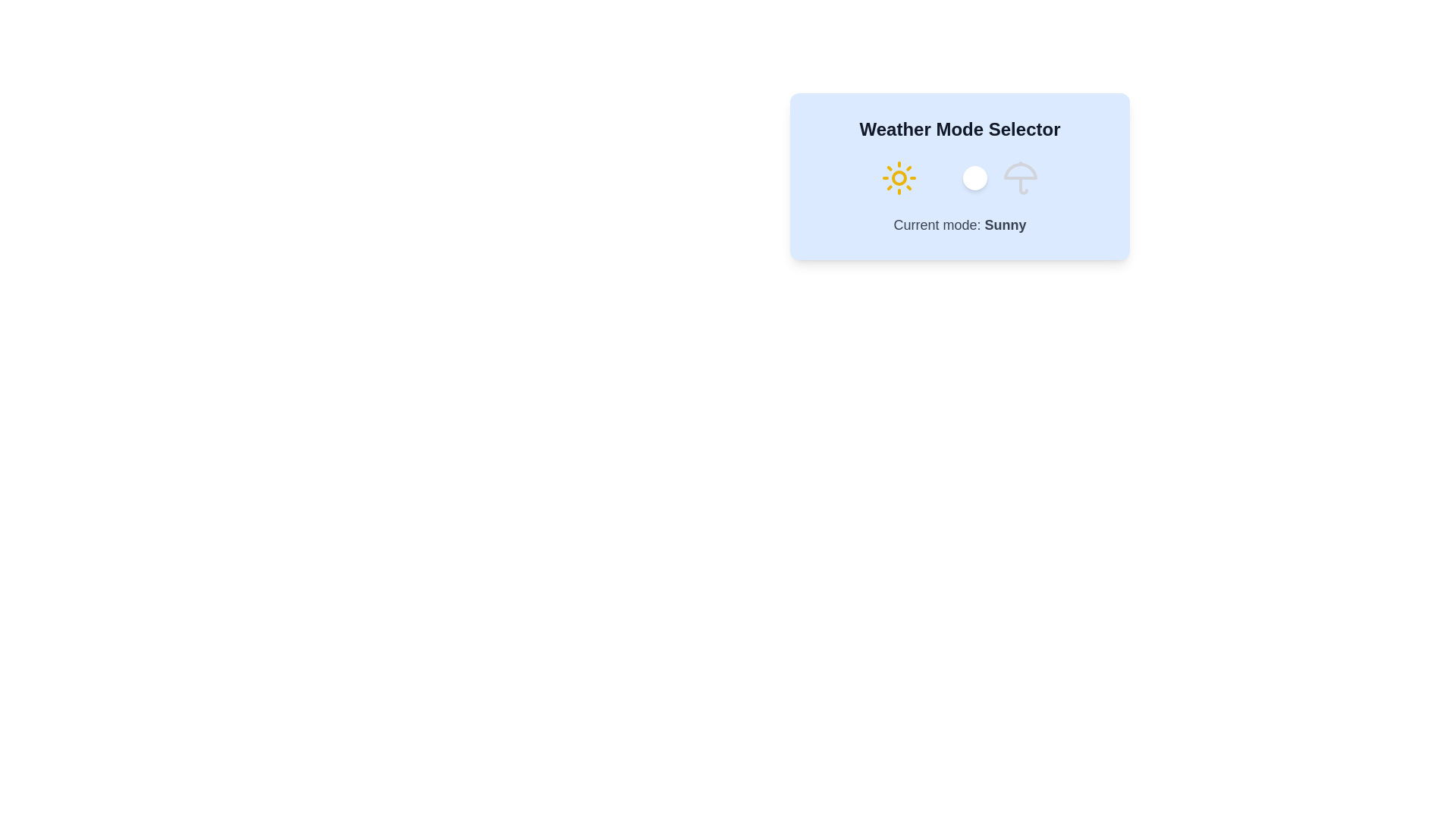  I want to click on the white knob of the yellow toggle switch indicating an active state, so click(959, 177).